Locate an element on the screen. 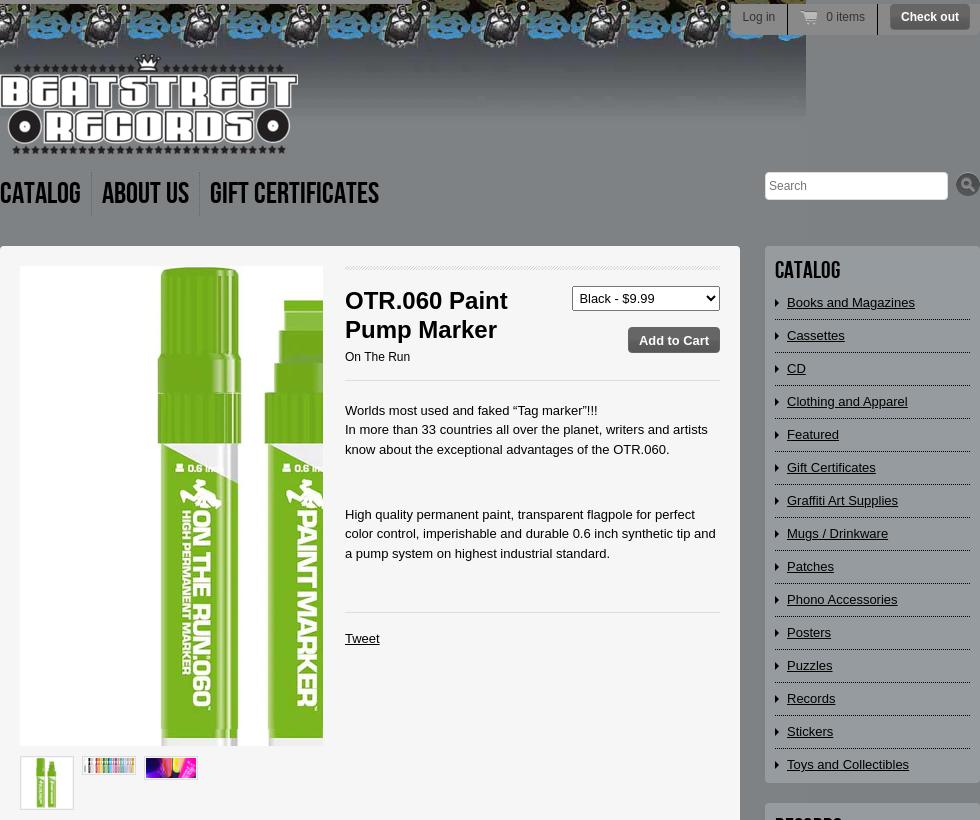 The width and height of the screenshot is (980, 820). 'Records' is located at coordinates (811, 698).